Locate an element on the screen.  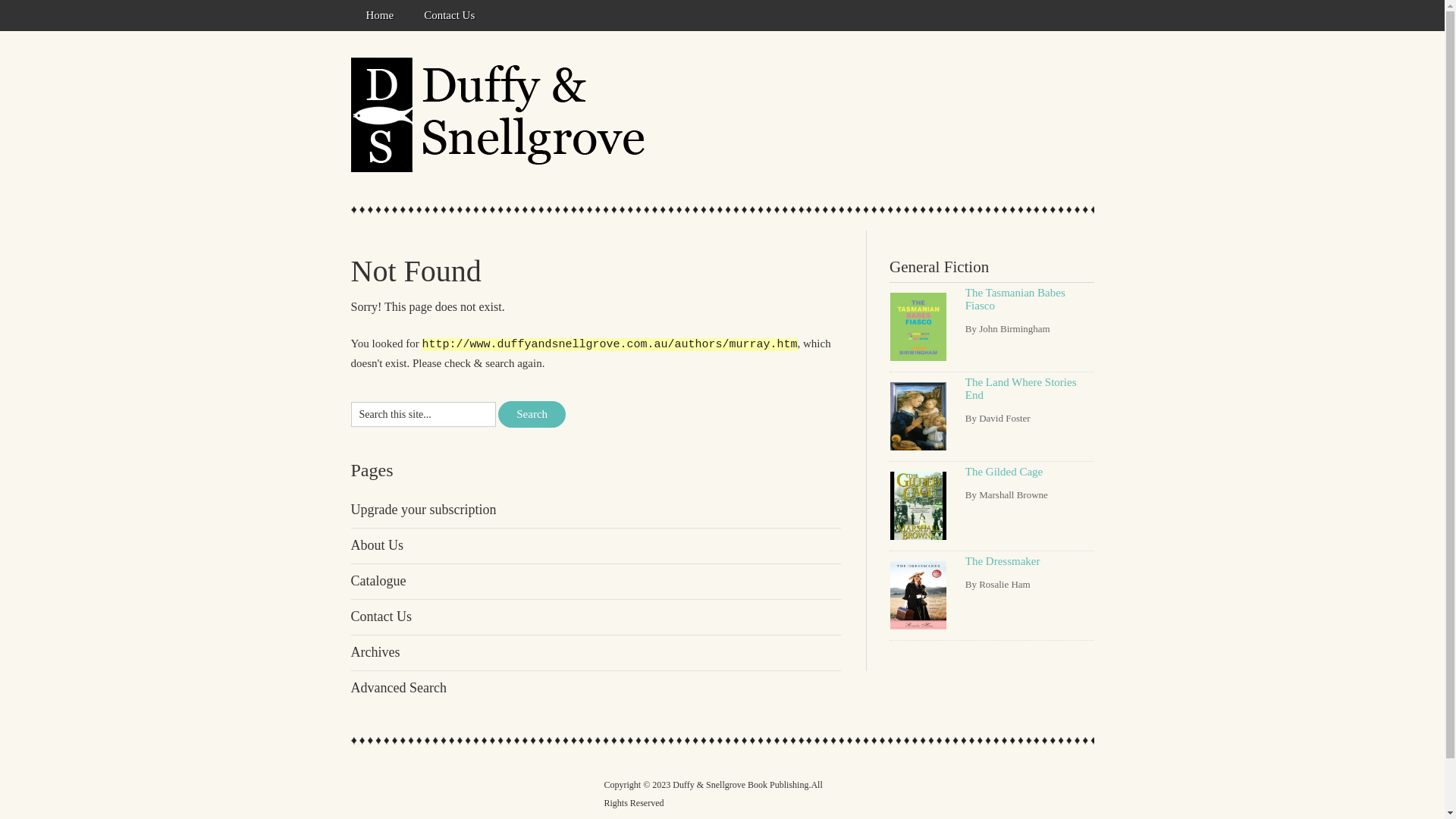
'Archives' is located at coordinates (375, 651).